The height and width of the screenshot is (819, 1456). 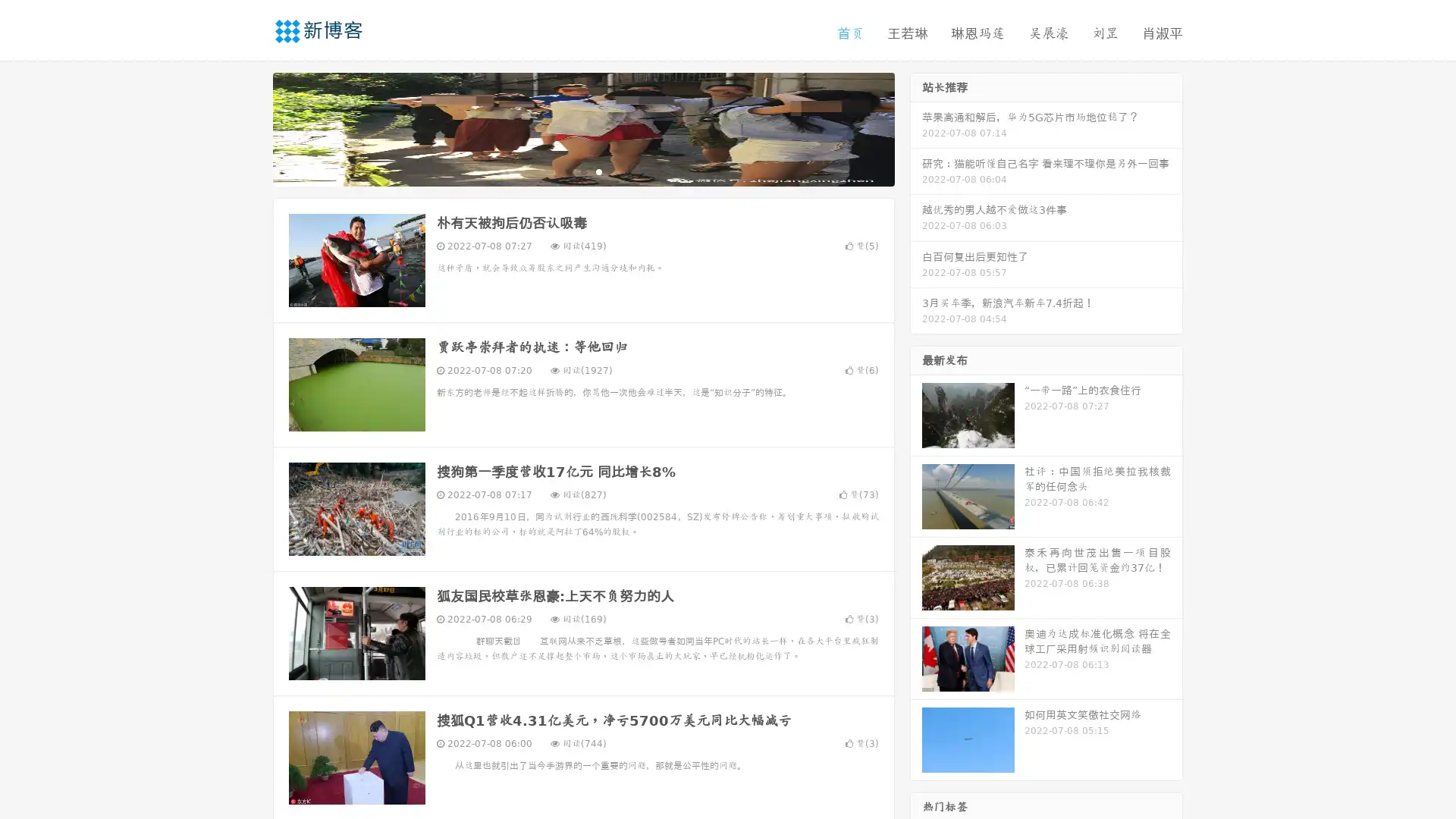 I want to click on Previous slide, so click(x=250, y=127).